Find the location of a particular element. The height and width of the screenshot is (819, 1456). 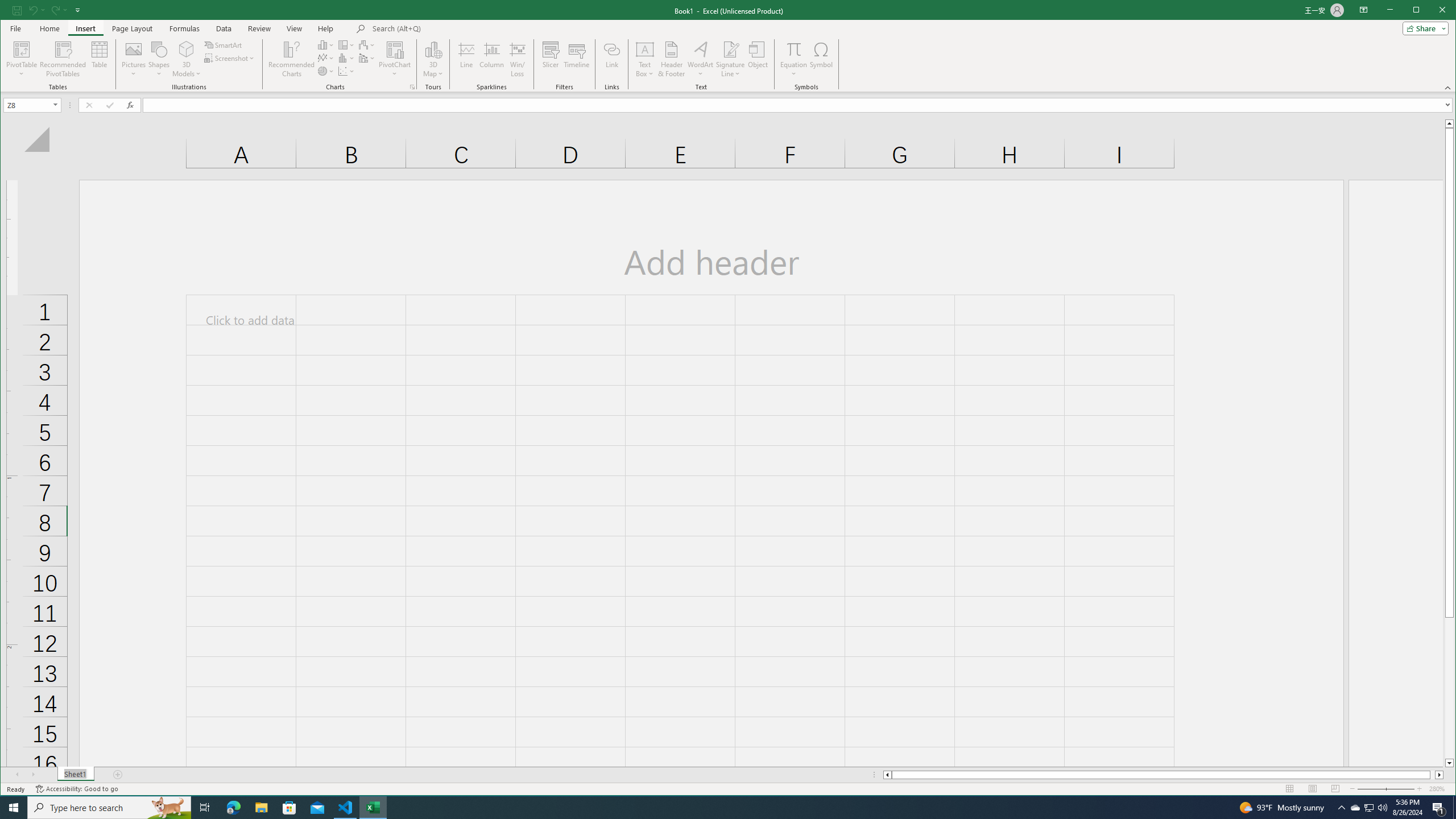

'User Promoted Notification Area' is located at coordinates (1368, 806).